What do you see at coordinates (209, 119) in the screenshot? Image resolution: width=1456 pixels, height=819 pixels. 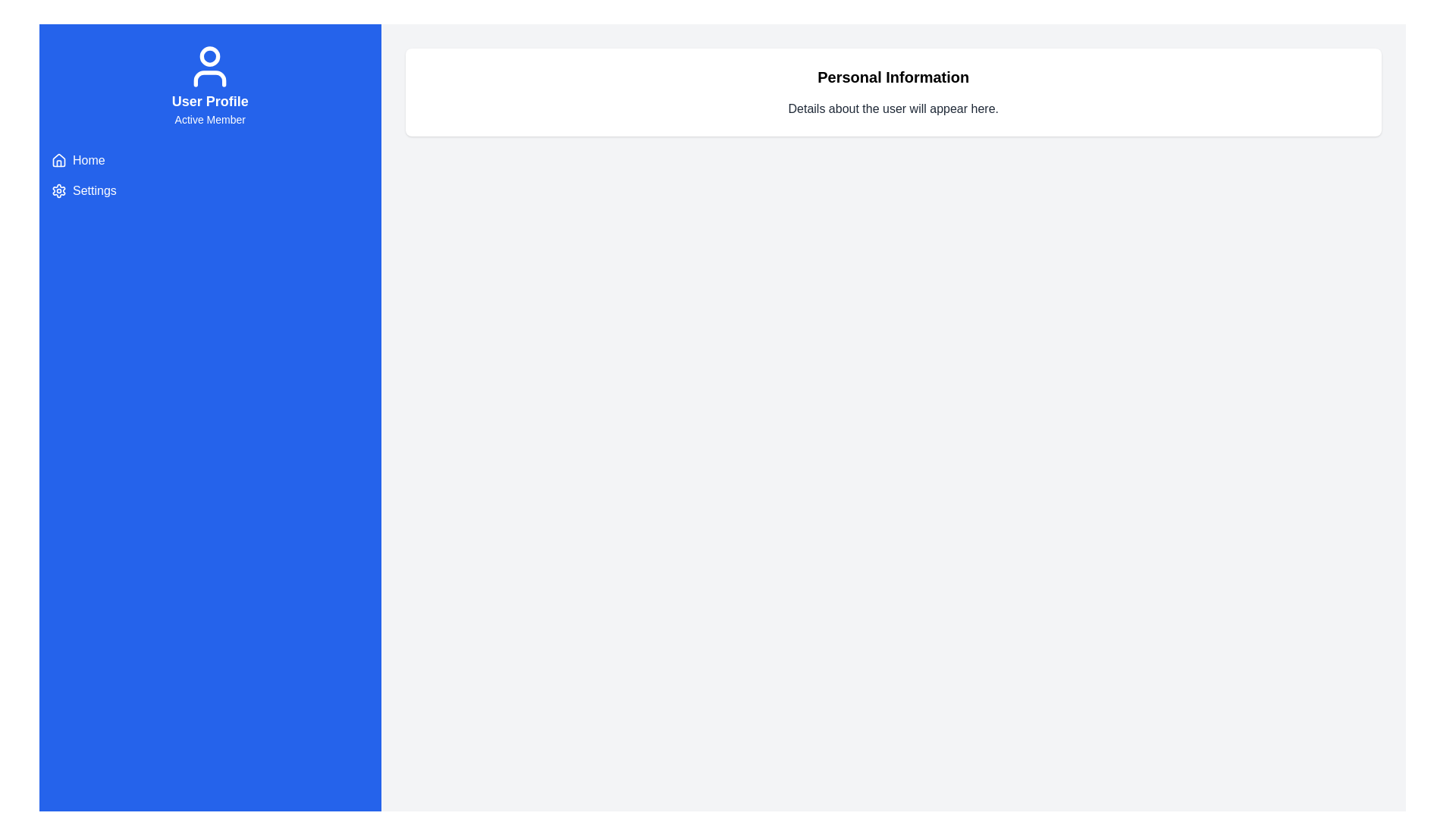 I see `the status indicator text label located beneath the 'User Profile' heading in the blue sidebar` at bounding box center [209, 119].